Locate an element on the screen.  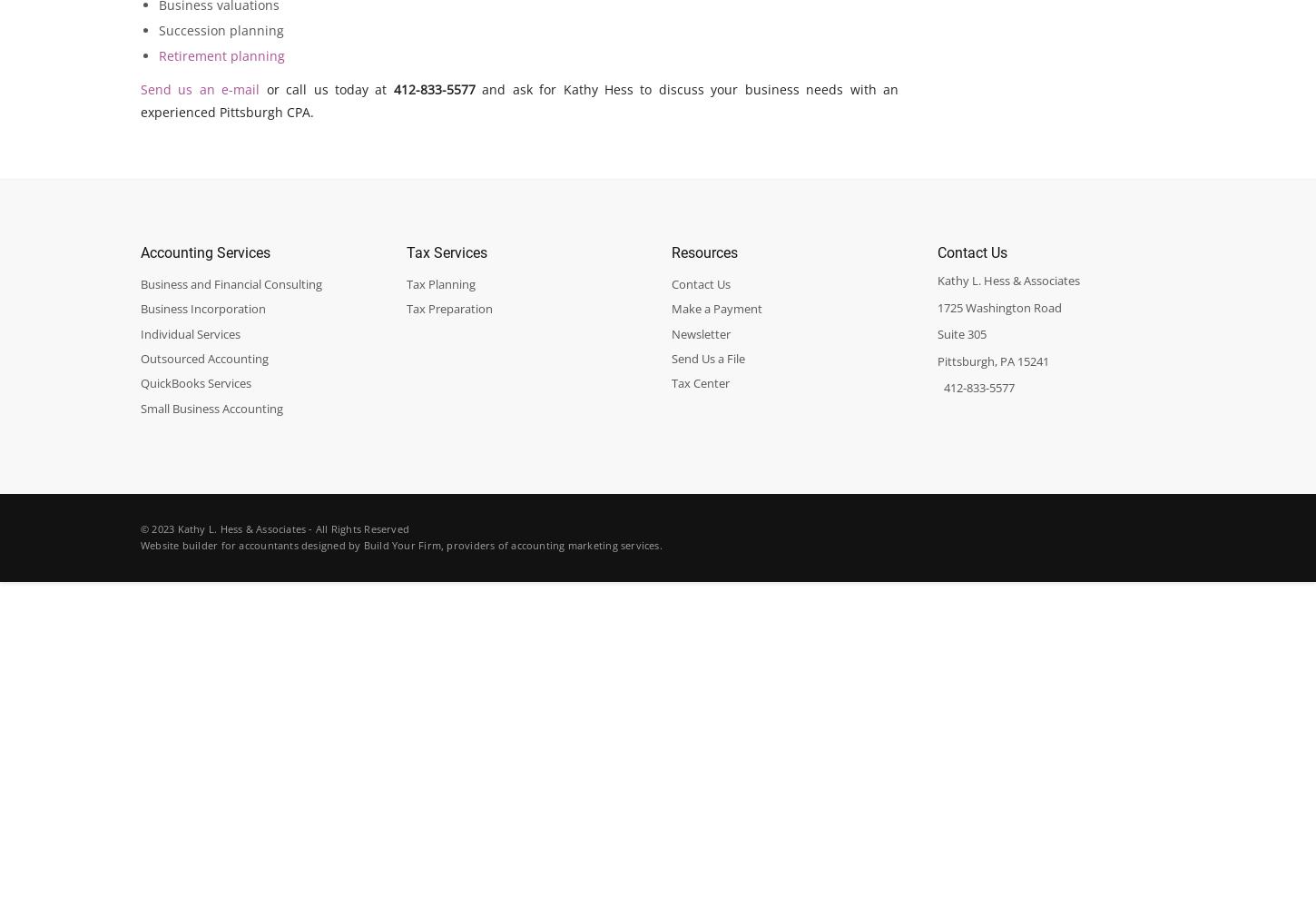
'Suite 305' is located at coordinates (960, 333).